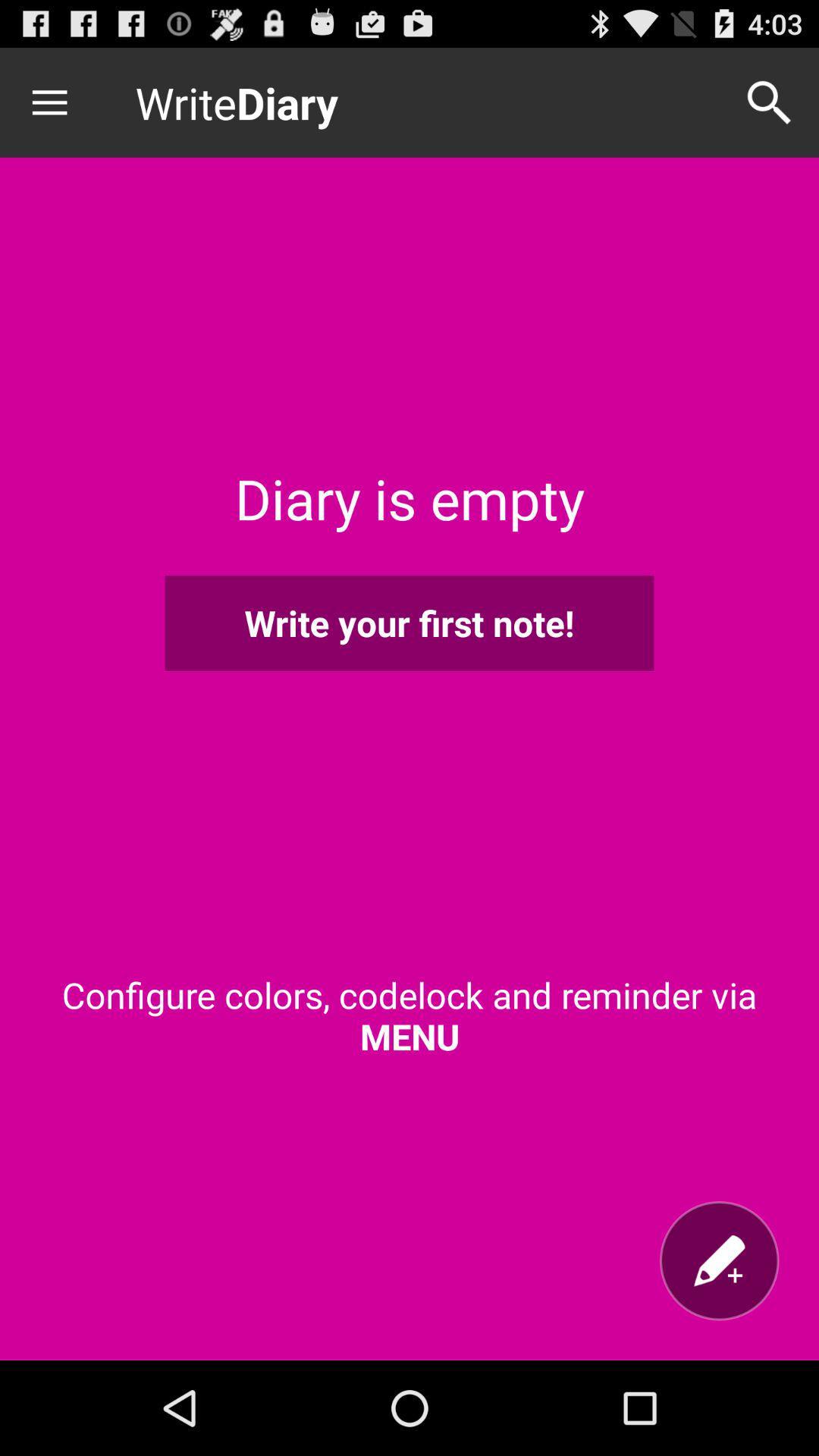 The image size is (819, 1456). What do you see at coordinates (409, 1015) in the screenshot?
I see `the configure colors codelock item` at bounding box center [409, 1015].